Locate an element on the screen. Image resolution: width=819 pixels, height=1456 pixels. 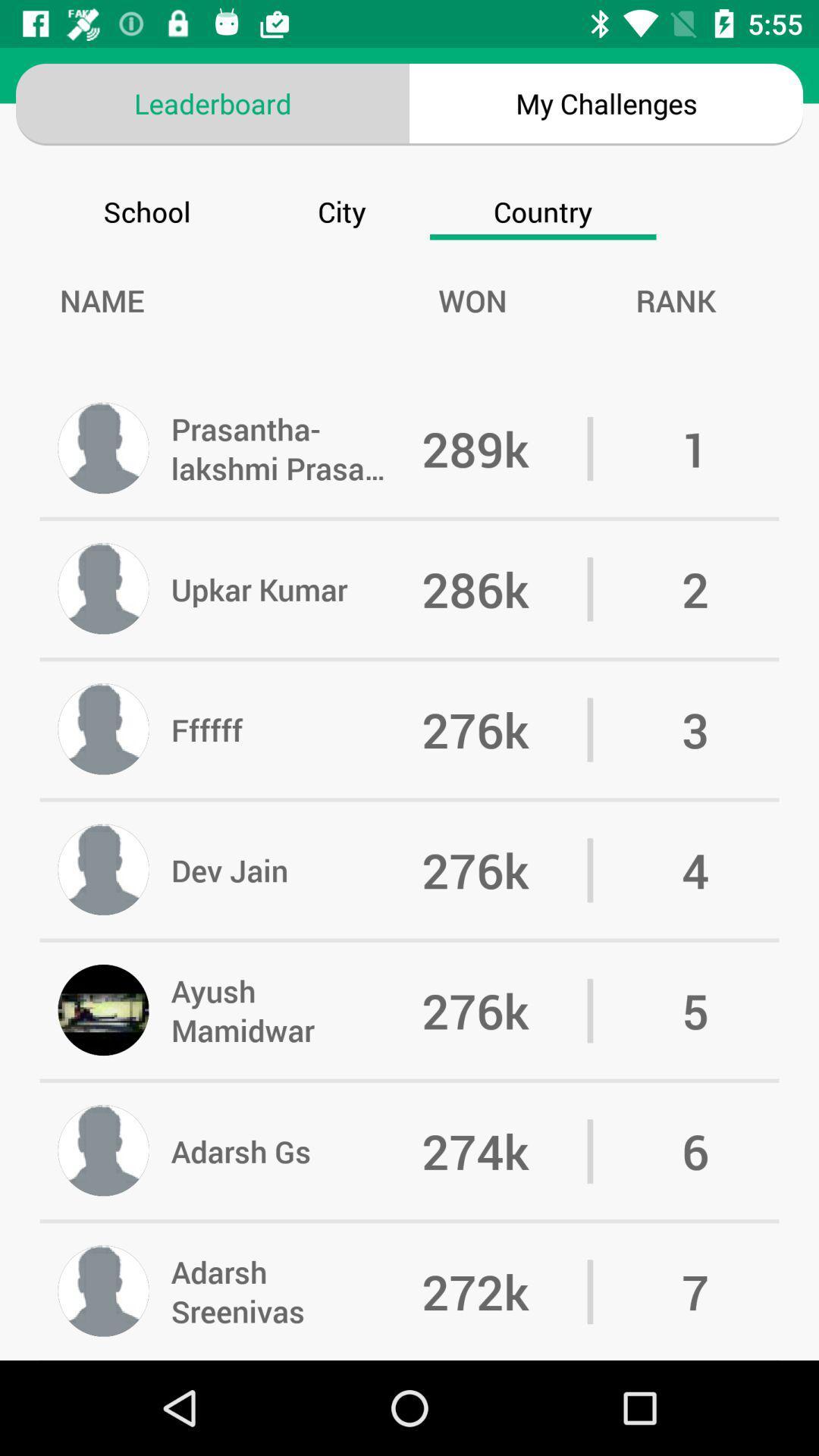
country is located at coordinates (542, 200).